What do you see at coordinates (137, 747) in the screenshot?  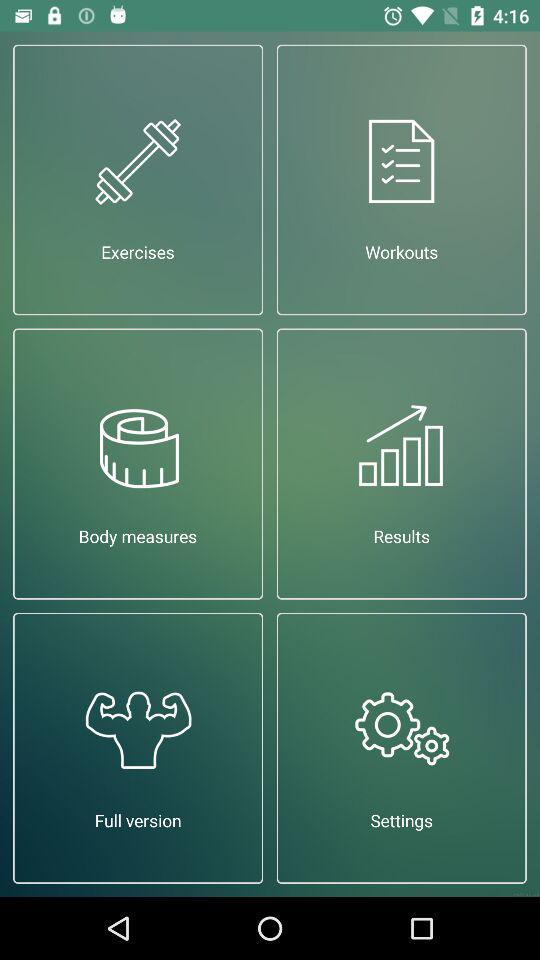 I see `the full version` at bounding box center [137, 747].